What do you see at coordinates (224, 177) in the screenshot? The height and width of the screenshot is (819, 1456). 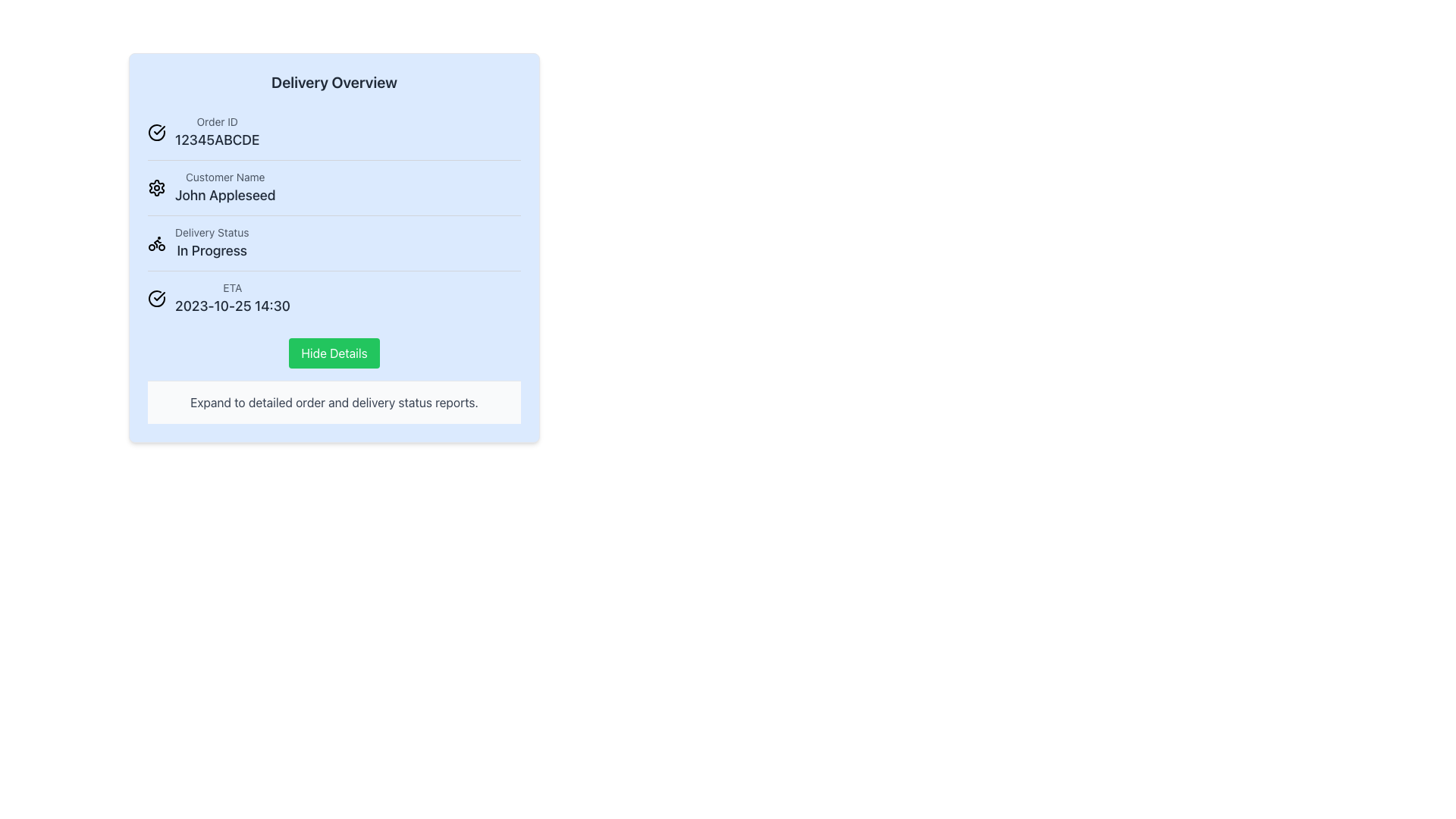 I see `the static text label displaying 'Customer Name' in light gray color, located within the blue background card titled 'Delivery Overview'` at bounding box center [224, 177].